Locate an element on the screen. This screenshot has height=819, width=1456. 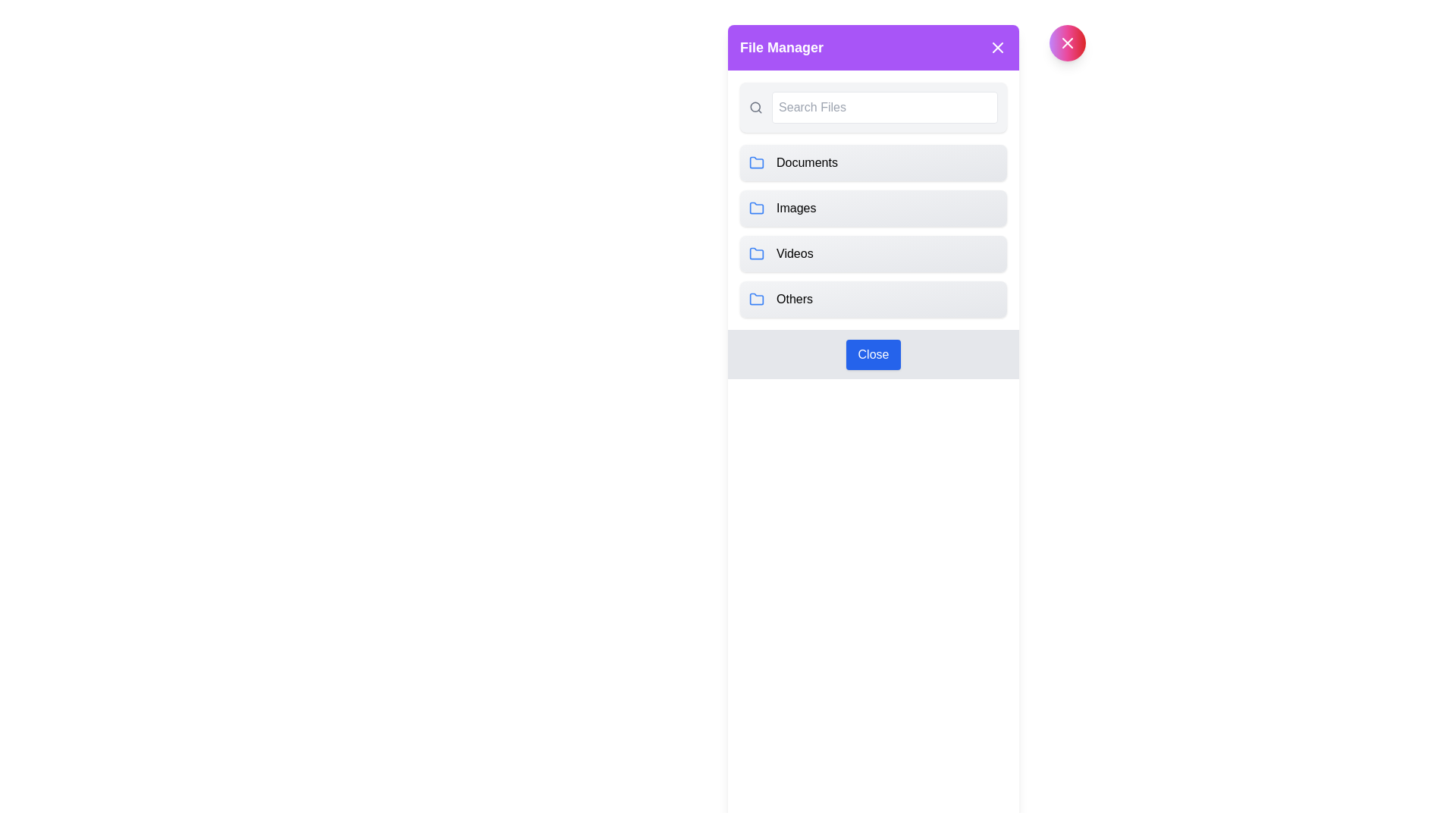
the close button located at the top right corner of the interface to trigger a scale animation is located at coordinates (1066, 42).